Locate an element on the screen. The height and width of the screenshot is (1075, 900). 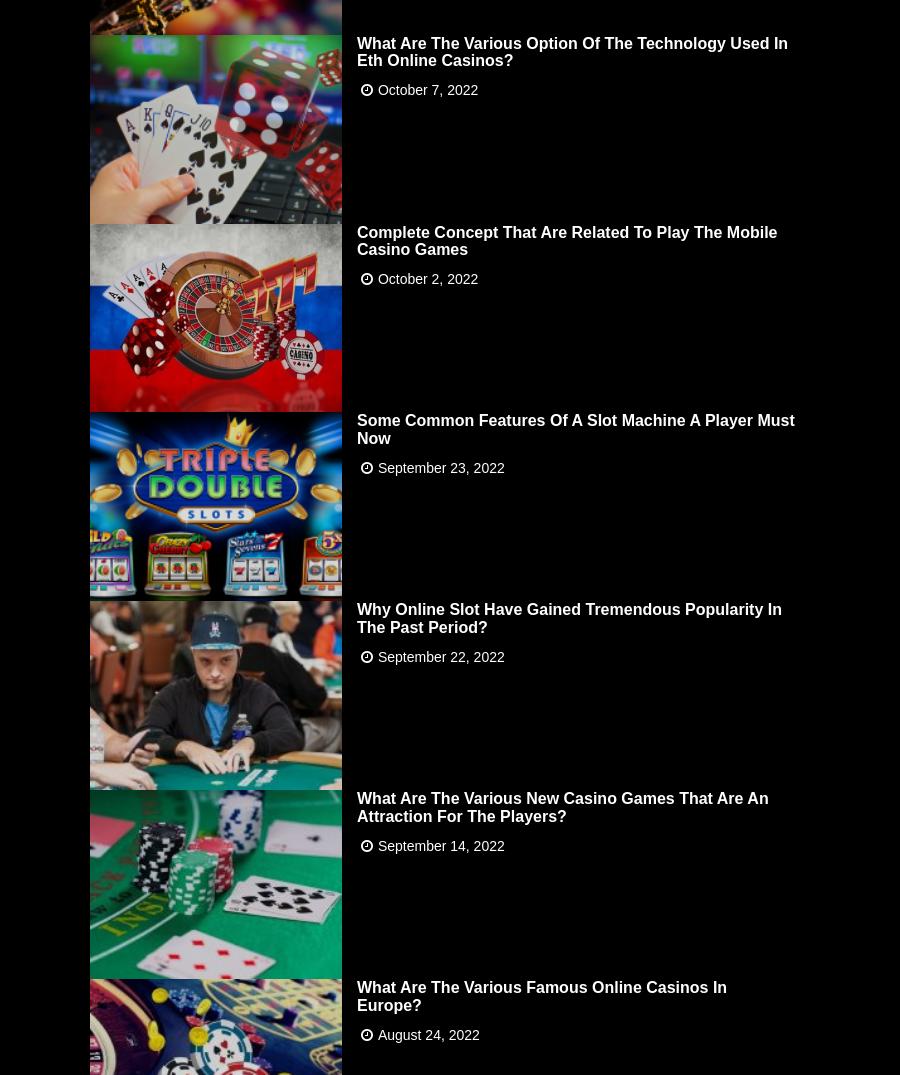
'What Are The Various Famous Online Casinos In Europe?' is located at coordinates (540, 994).